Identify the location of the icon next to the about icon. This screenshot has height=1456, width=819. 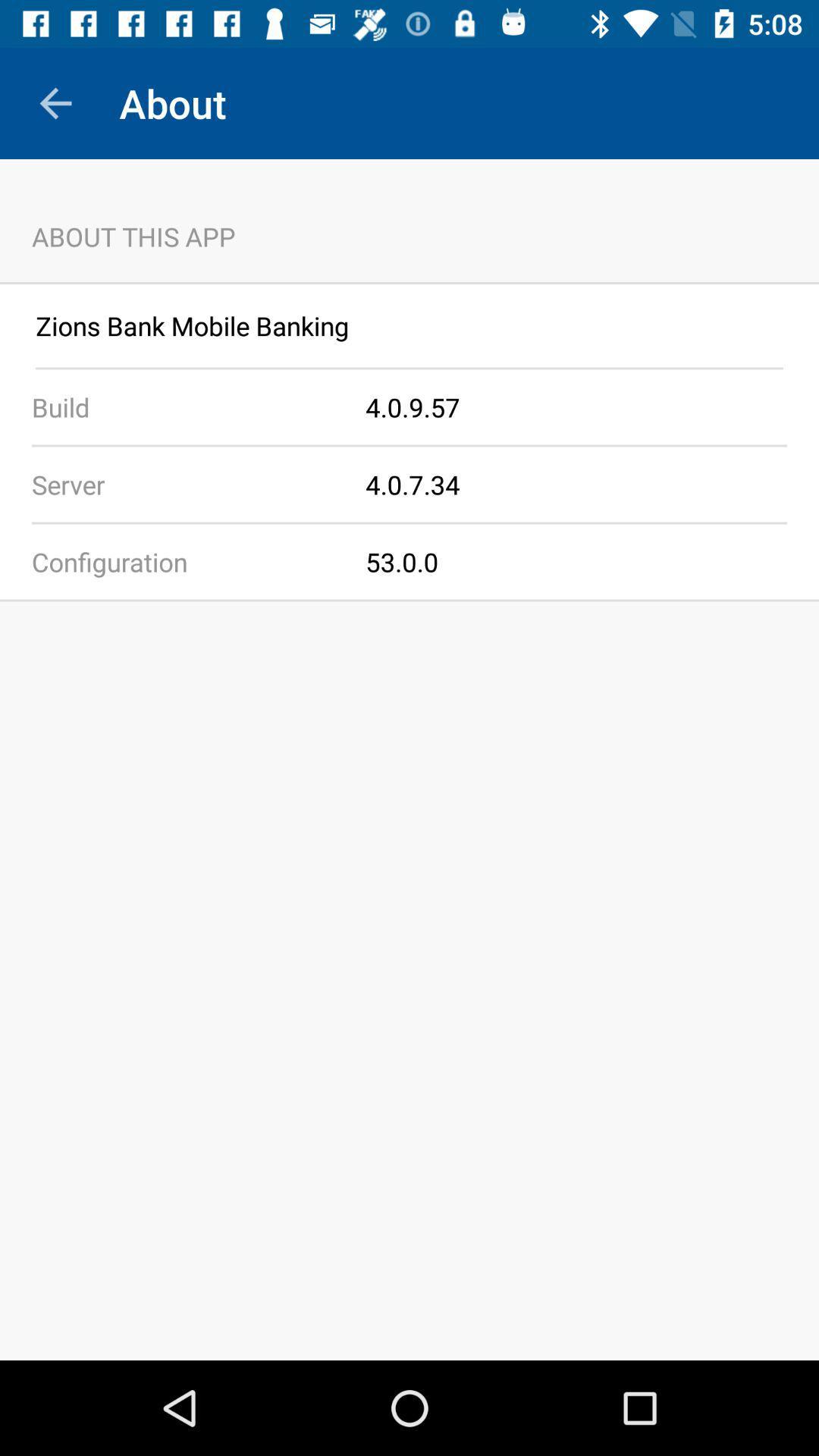
(55, 102).